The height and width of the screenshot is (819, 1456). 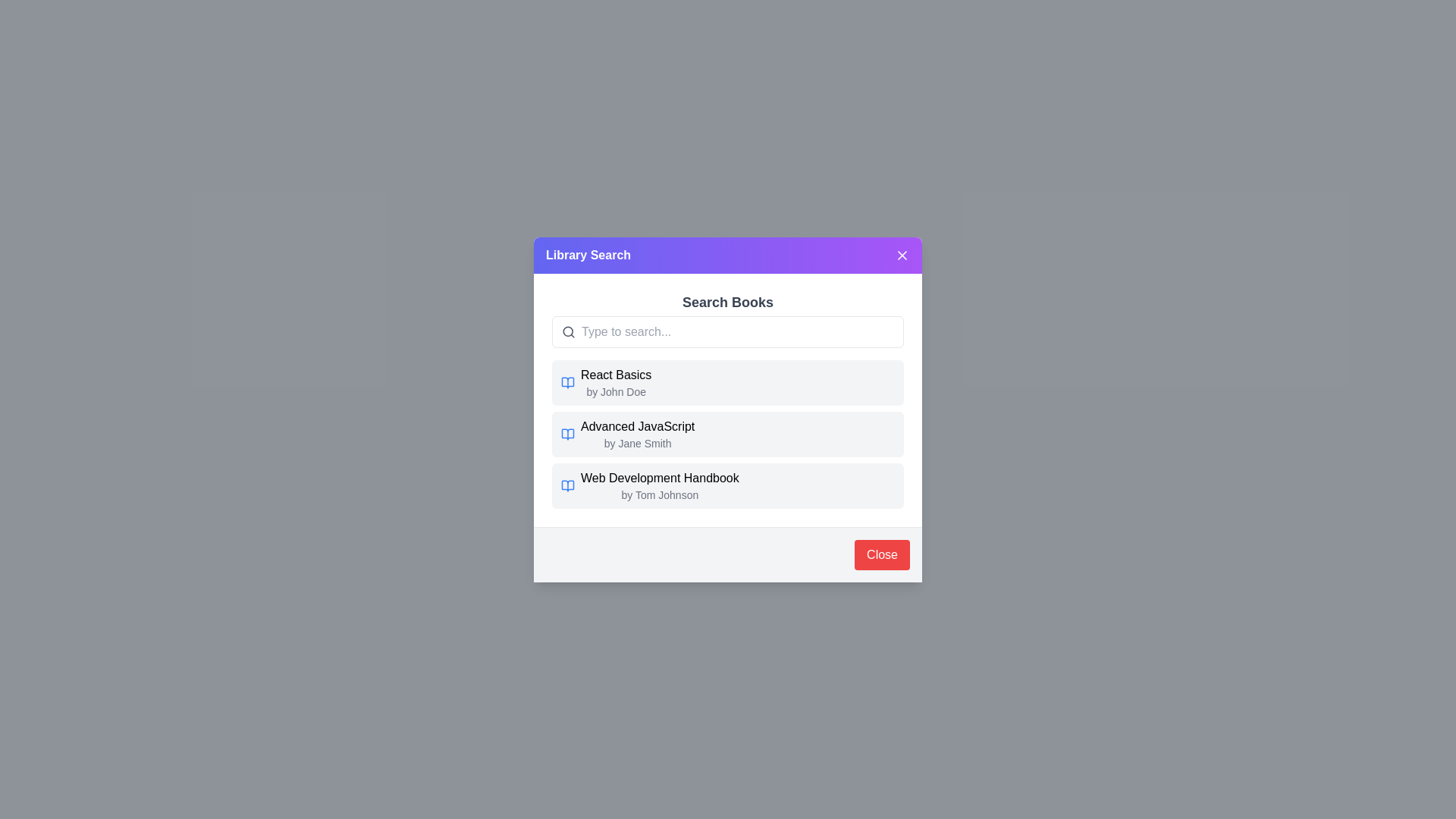 What do you see at coordinates (638, 443) in the screenshot?
I see `the text label displaying 'by Jane Smith', which is positioned below the 'Advanced JavaScript' title in a list of books` at bounding box center [638, 443].